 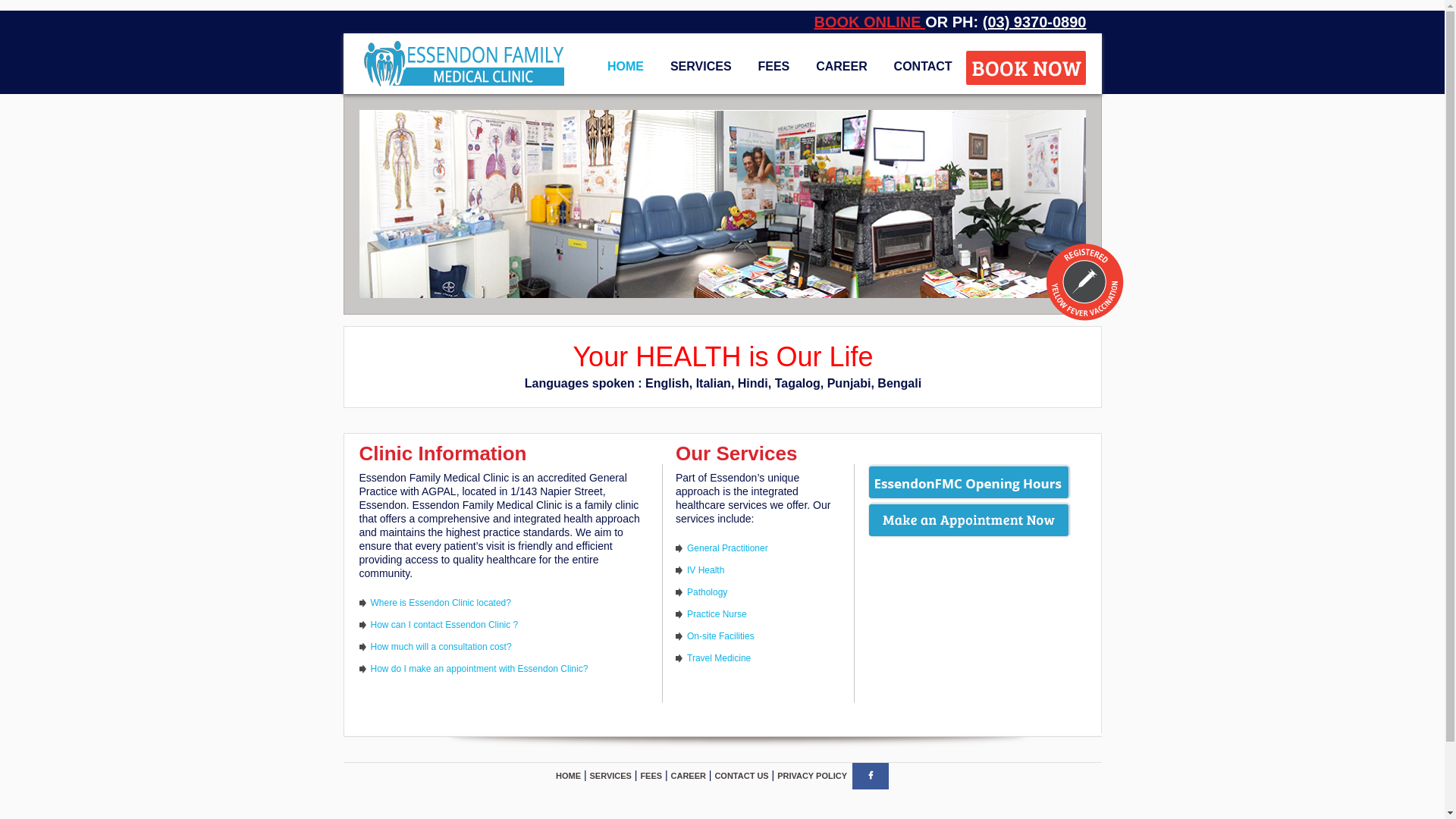 What do you see at coordinates (567, 775) in the screenshot?
I see `'HOME'` at bounding box center [567, 775].